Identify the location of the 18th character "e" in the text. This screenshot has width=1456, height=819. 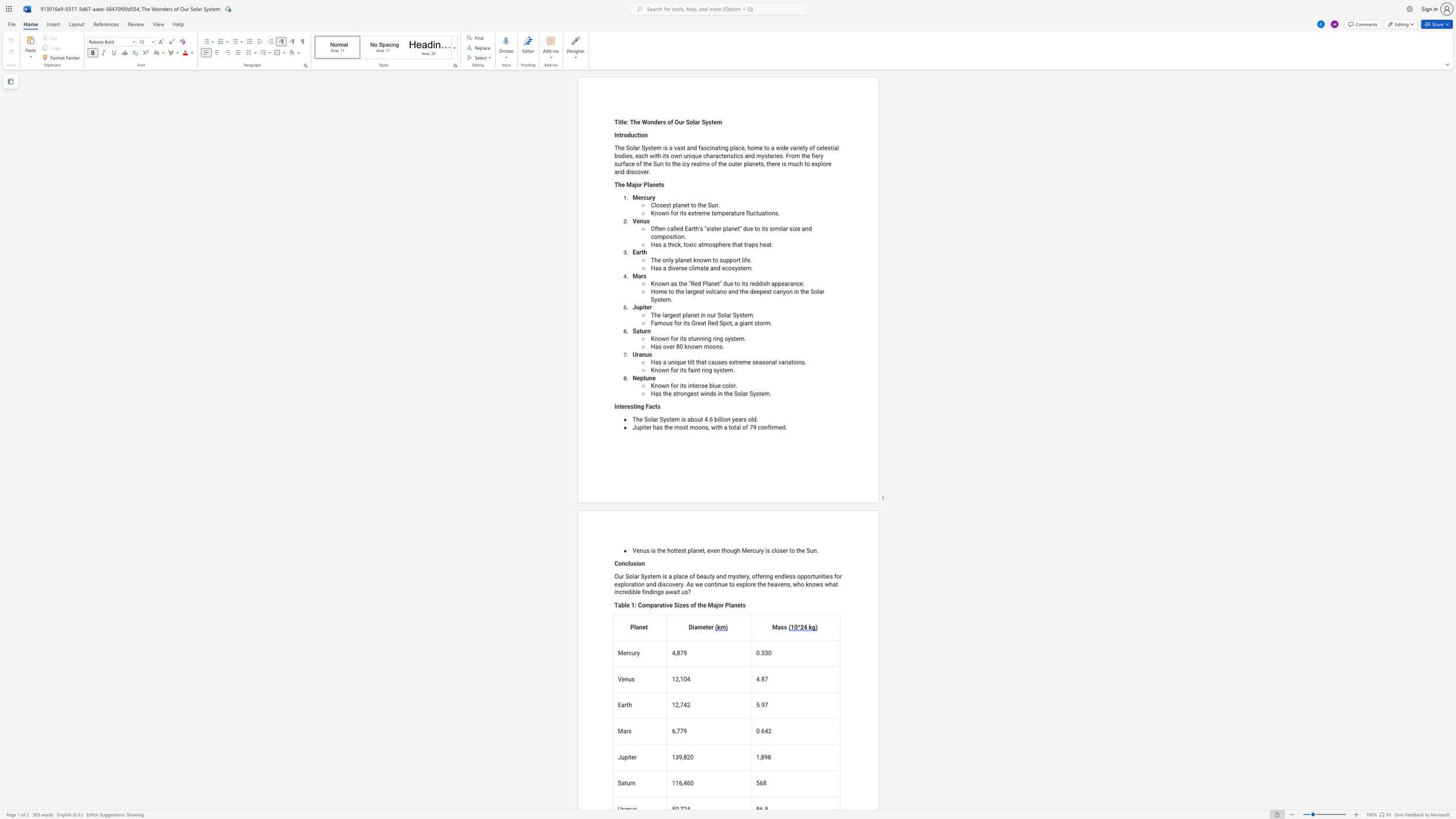
(649, 163).